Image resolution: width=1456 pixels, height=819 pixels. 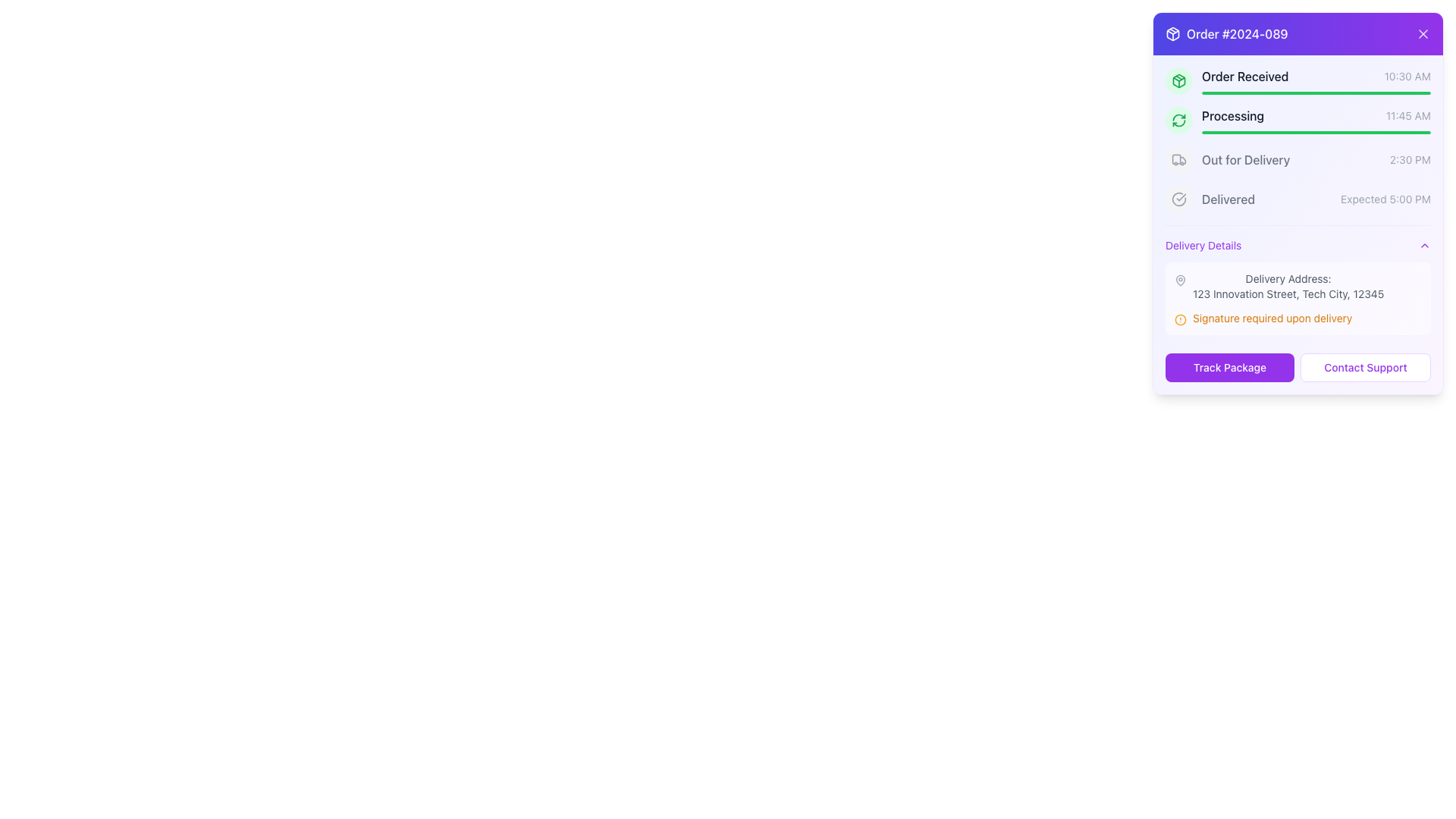 I want to click on the static text with an accompanying icon that displays the delivery address for Order #2024-089 under the 'Delivery Details' header, so click(x=1298, y=287).